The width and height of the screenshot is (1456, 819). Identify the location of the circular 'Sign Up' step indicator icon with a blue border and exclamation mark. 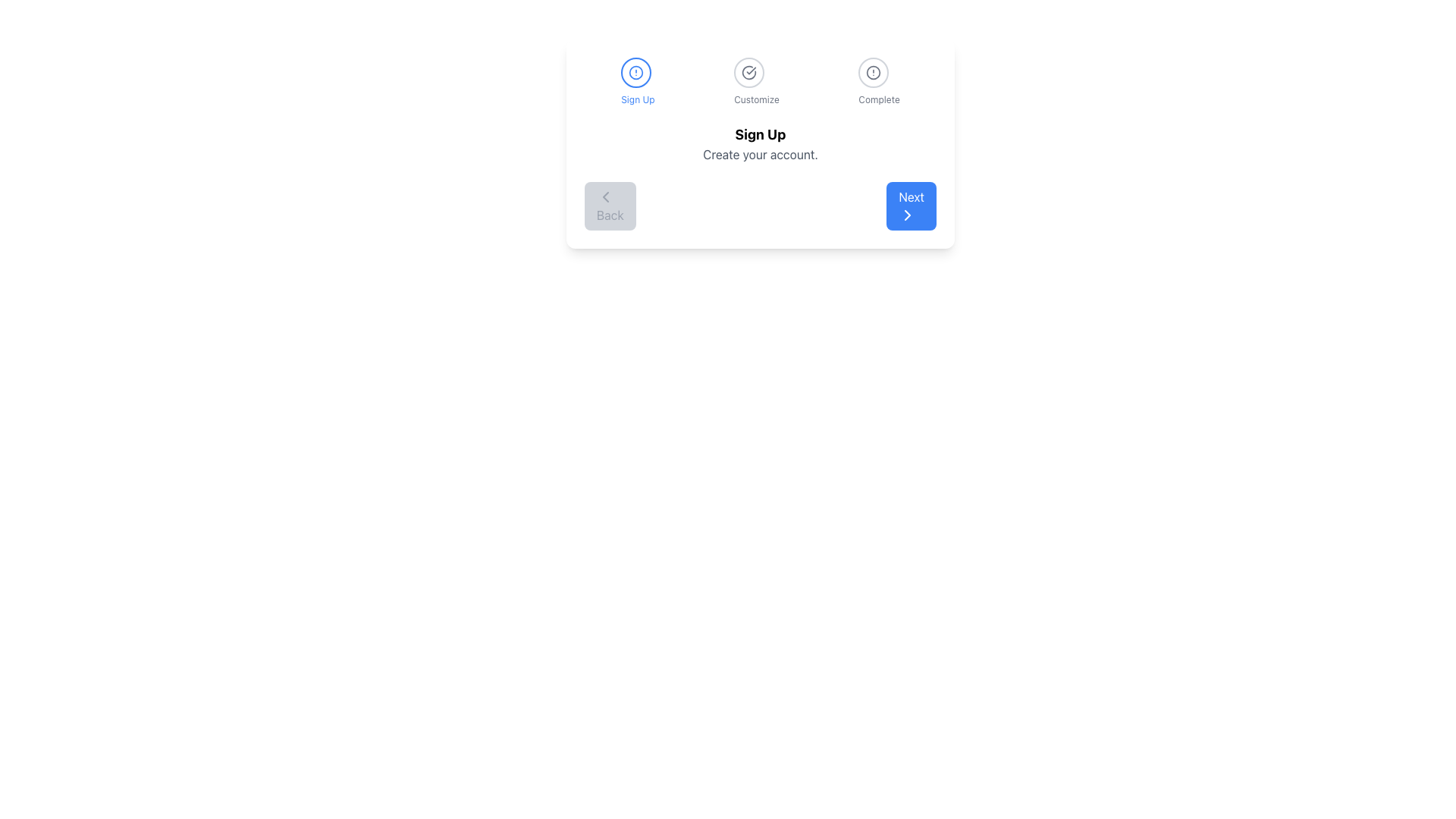
(638, 82).